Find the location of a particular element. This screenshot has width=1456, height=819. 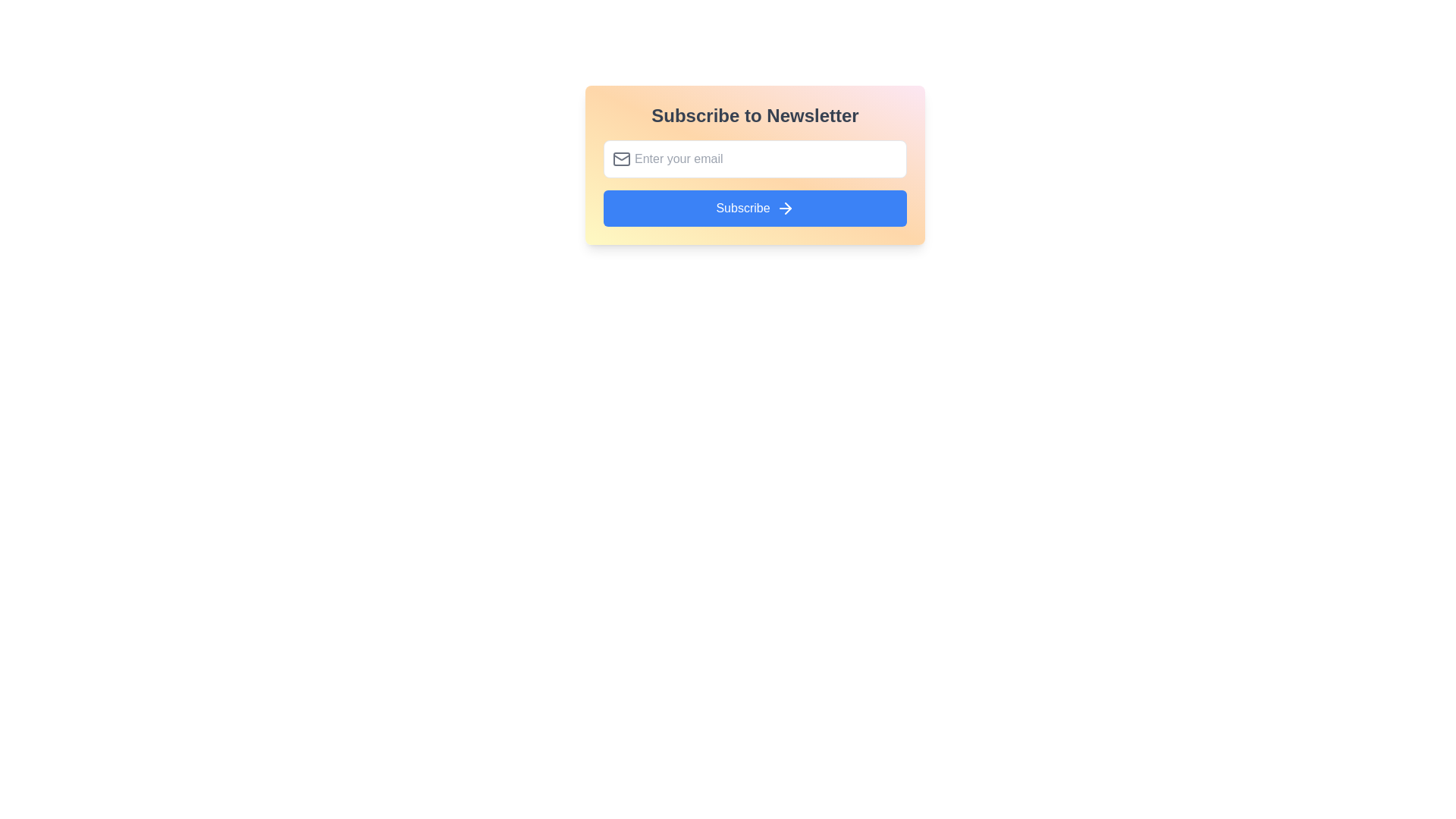

the decorative rectangular SVG shape of the email icon, which is located to the left of the 'Enter your email' input field is located at coordinates (622, 158).